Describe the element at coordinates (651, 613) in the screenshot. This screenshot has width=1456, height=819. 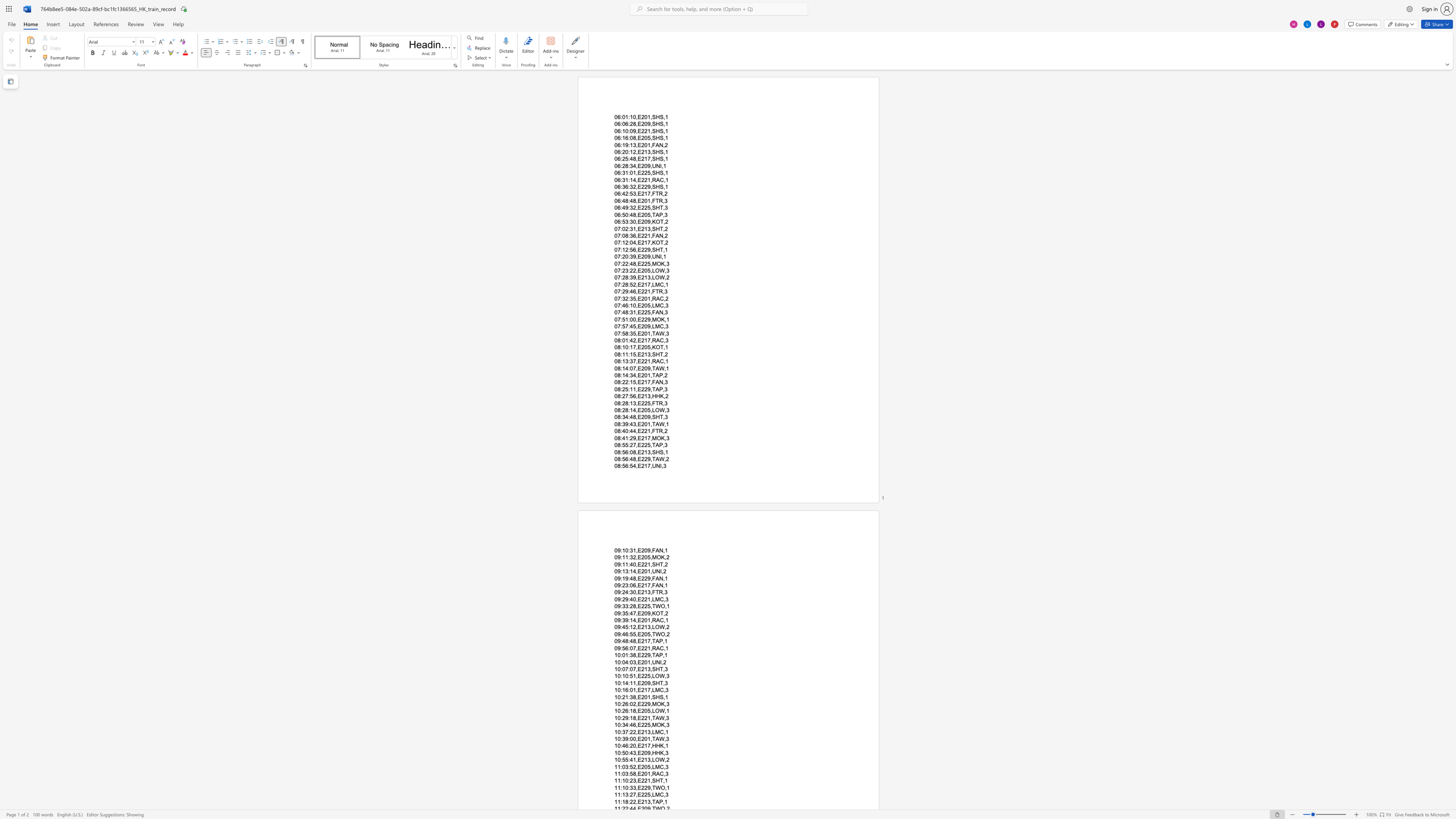
I see `the subset text "KOT" within the text "09:35:47,E209,KOT,2"` at that location.